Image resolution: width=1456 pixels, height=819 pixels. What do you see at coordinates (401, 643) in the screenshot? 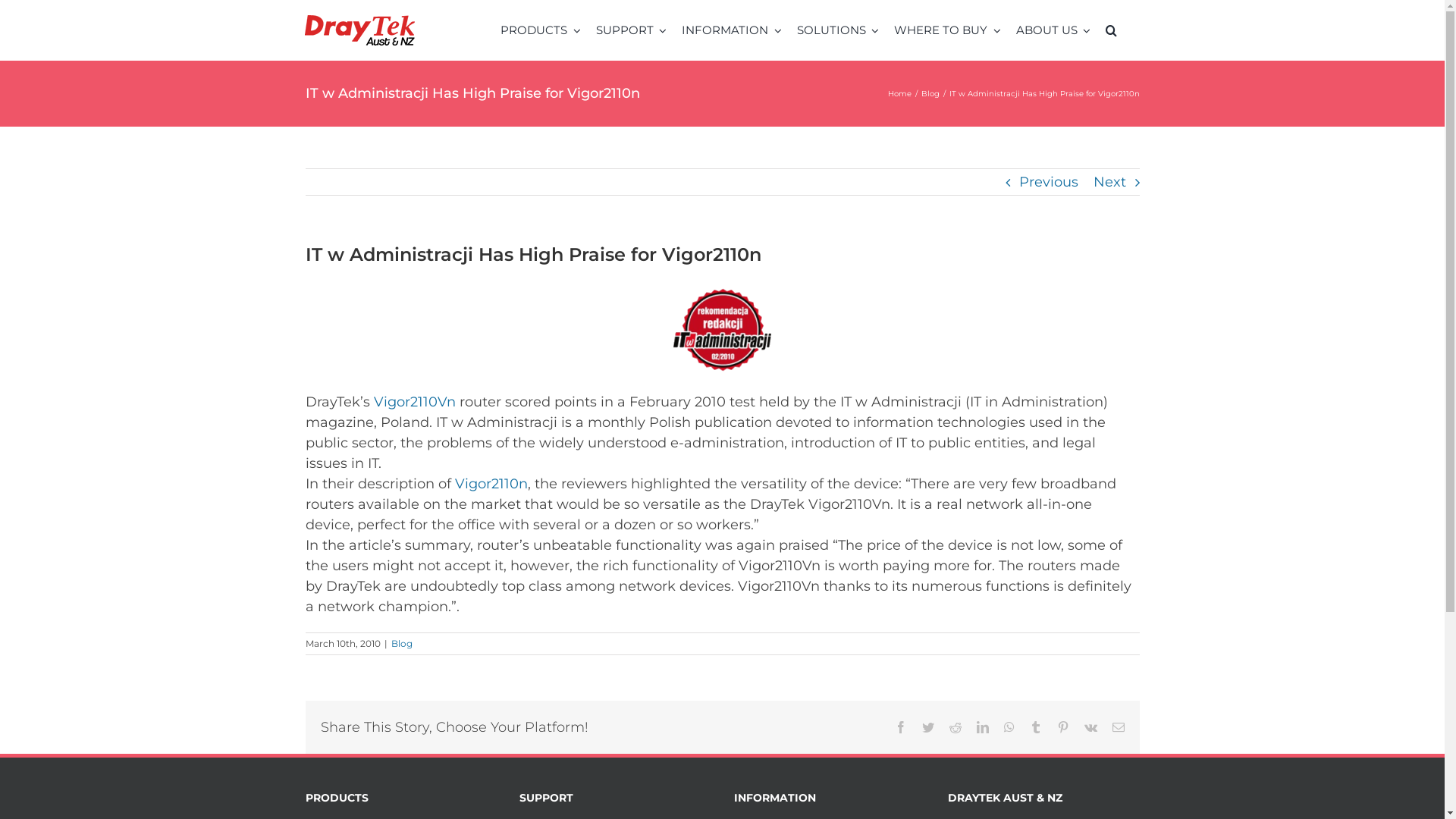
I see `'Blog'` at bounding box center [401, 643].